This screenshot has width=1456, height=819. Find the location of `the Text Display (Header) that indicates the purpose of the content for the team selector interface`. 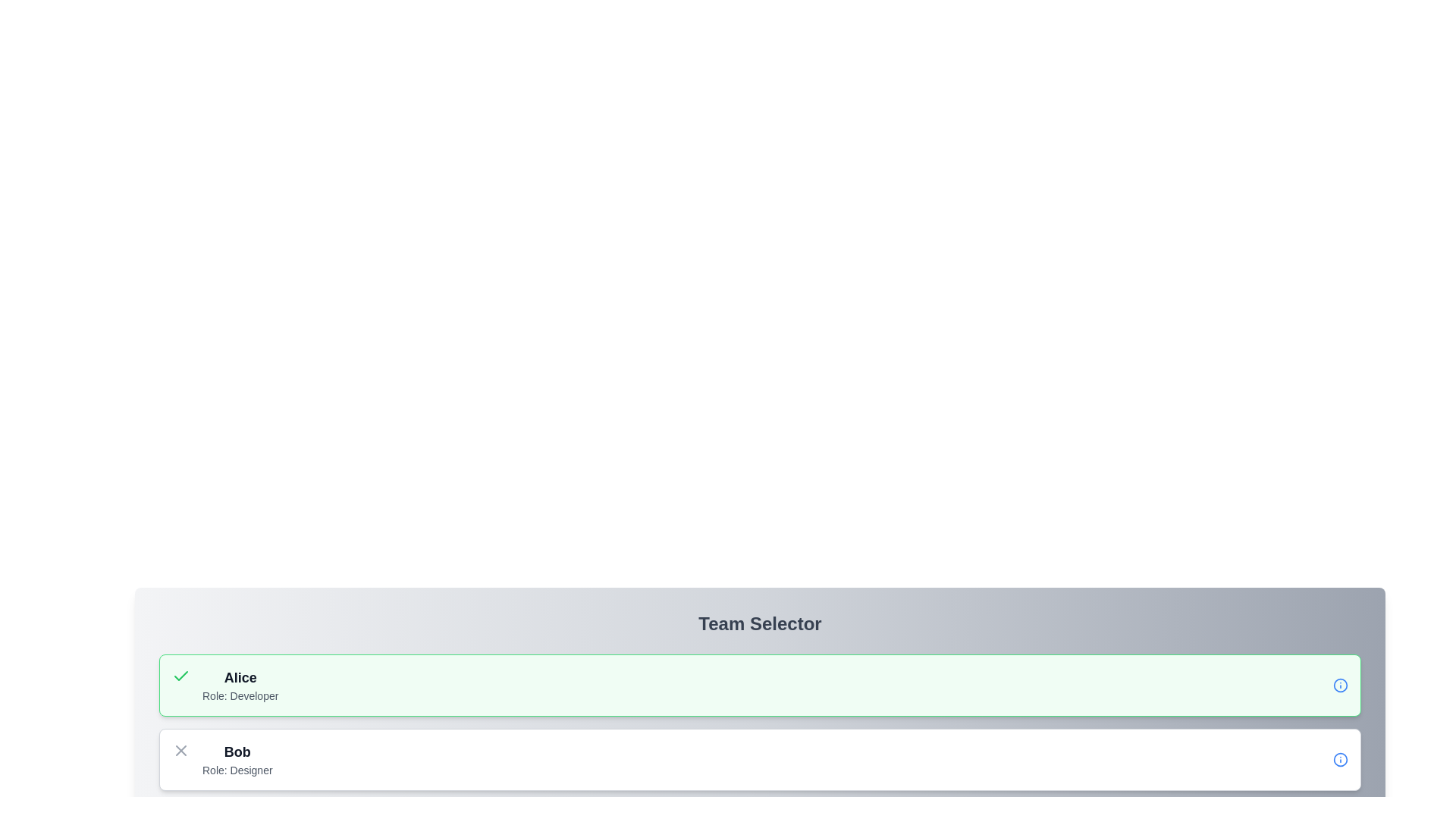

the Text Display (Header) that indicates the purpose of the content for the team selector interface is located at coordinates (760, 623).